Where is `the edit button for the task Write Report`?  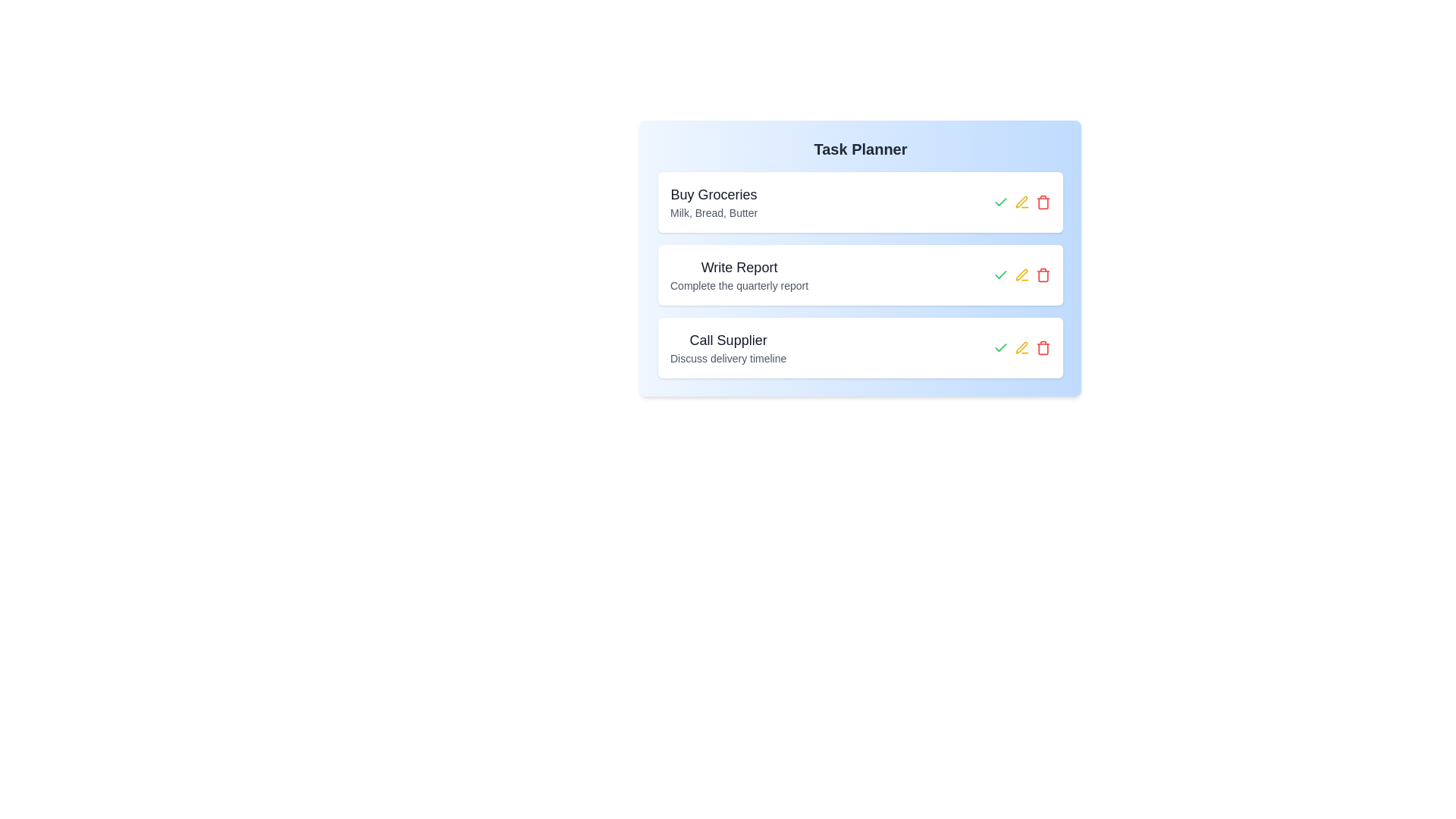
the edit button for the task Write Report is located at coordinates (1022, 275).